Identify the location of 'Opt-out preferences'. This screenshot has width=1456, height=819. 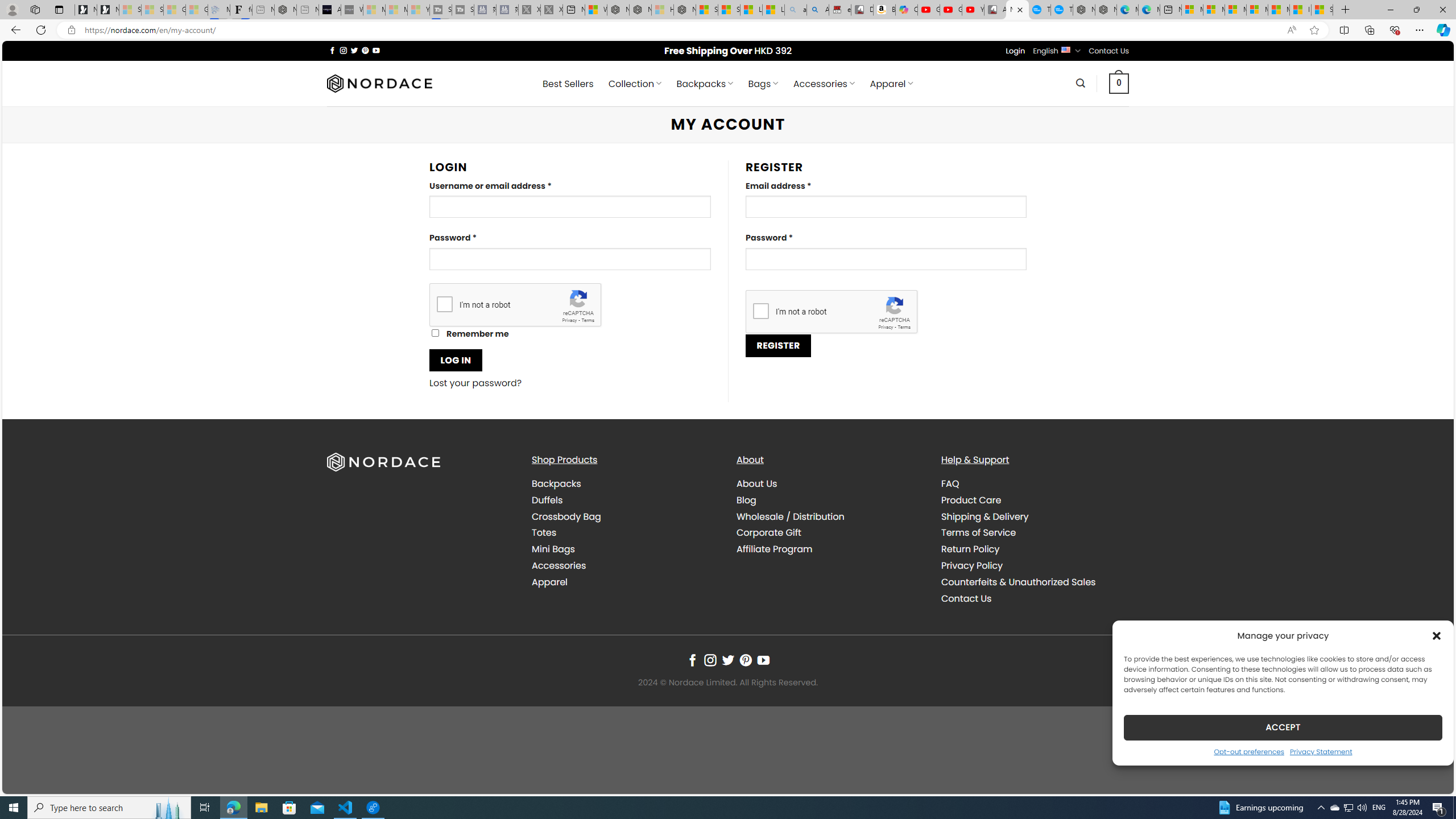
(1249, 751).